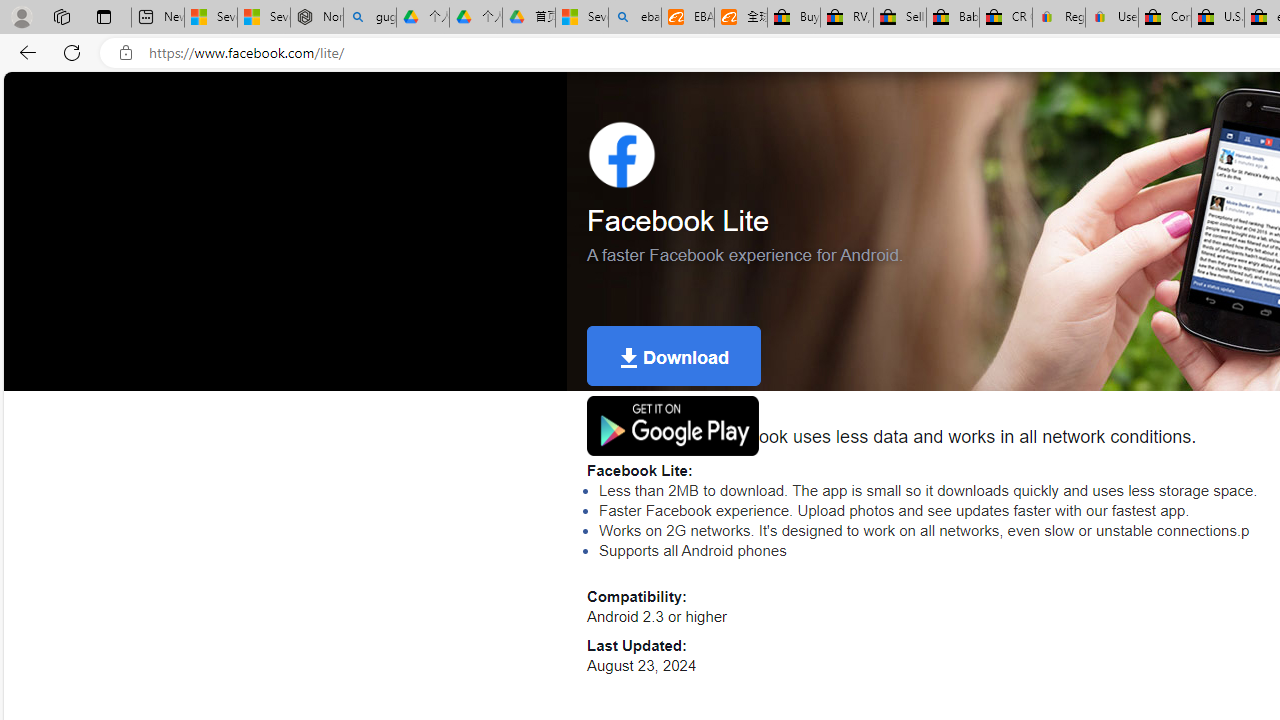 Image resolution: width=1280 pixels, height=720 pixels. Describe the element at coordinates (633, 17) in the screenshot. I see `'ebay - Search'` at that location.